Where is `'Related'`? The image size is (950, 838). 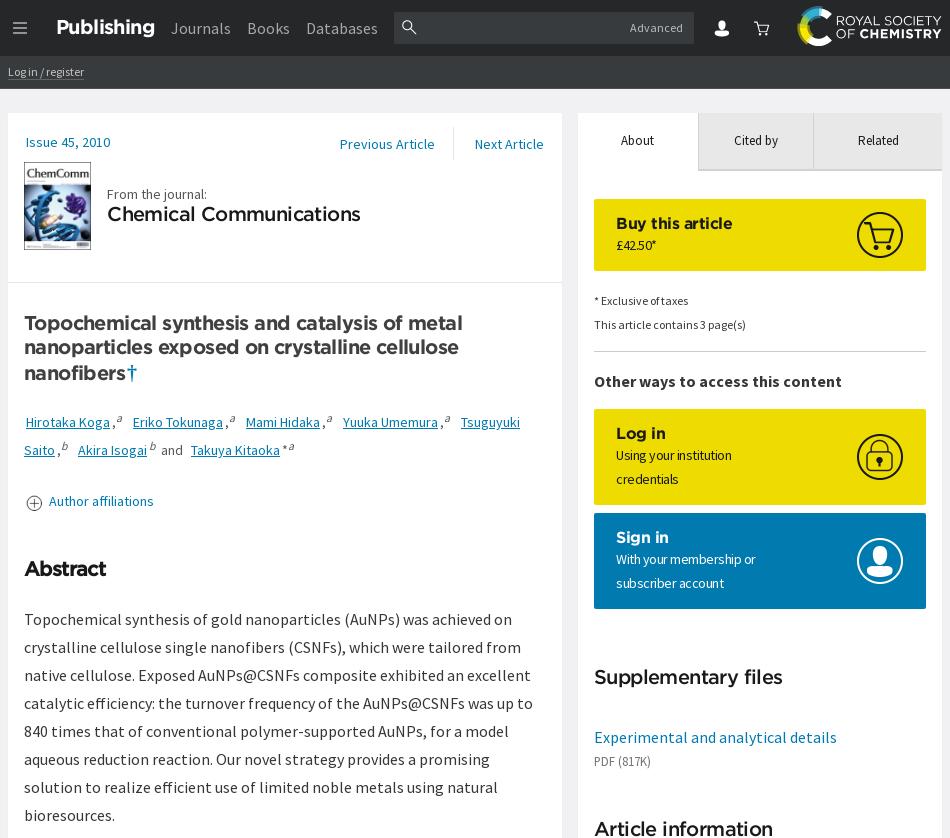
'Related' is located at coordinates (855, 140).